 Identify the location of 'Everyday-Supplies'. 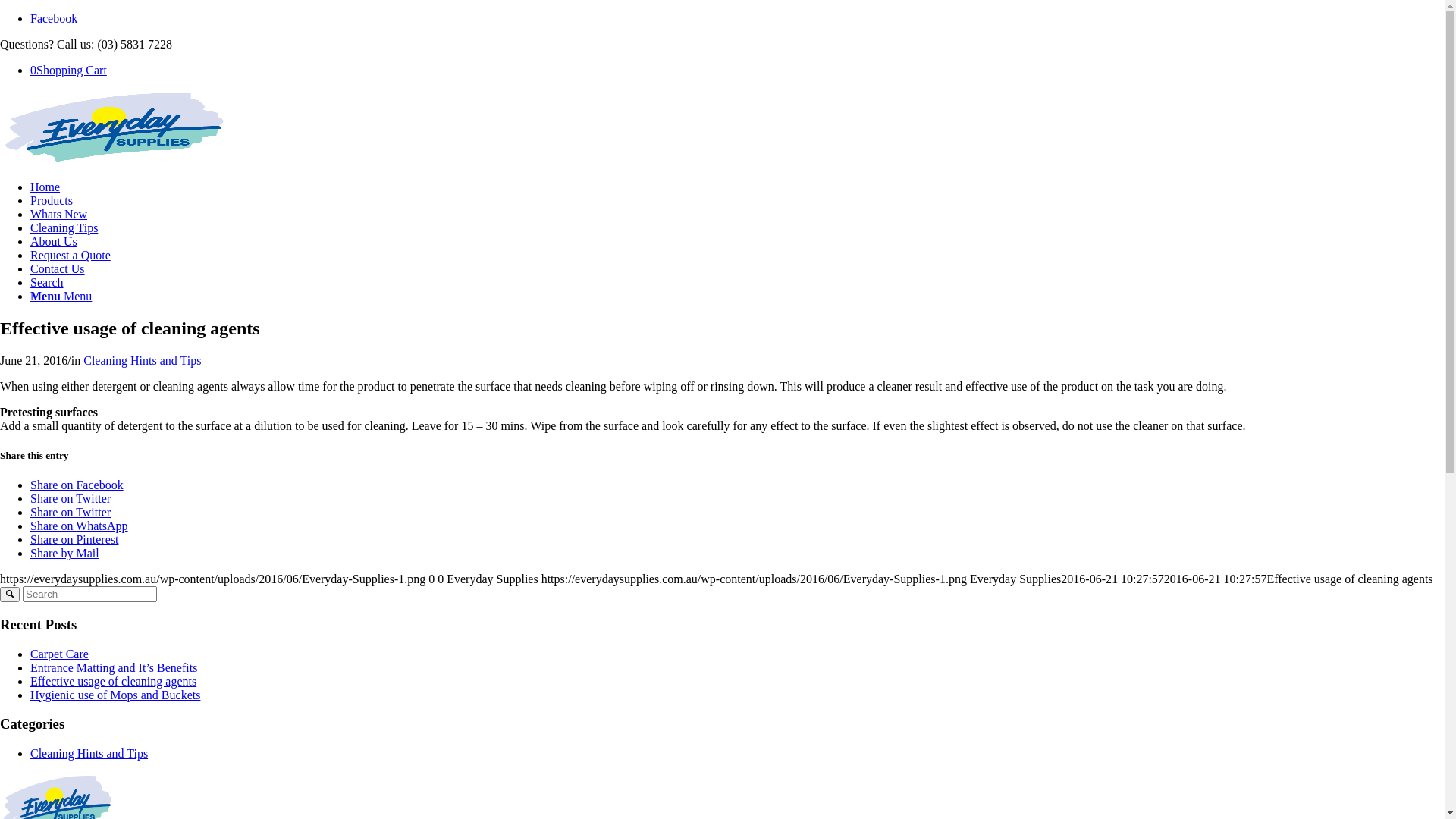
(112, 127).